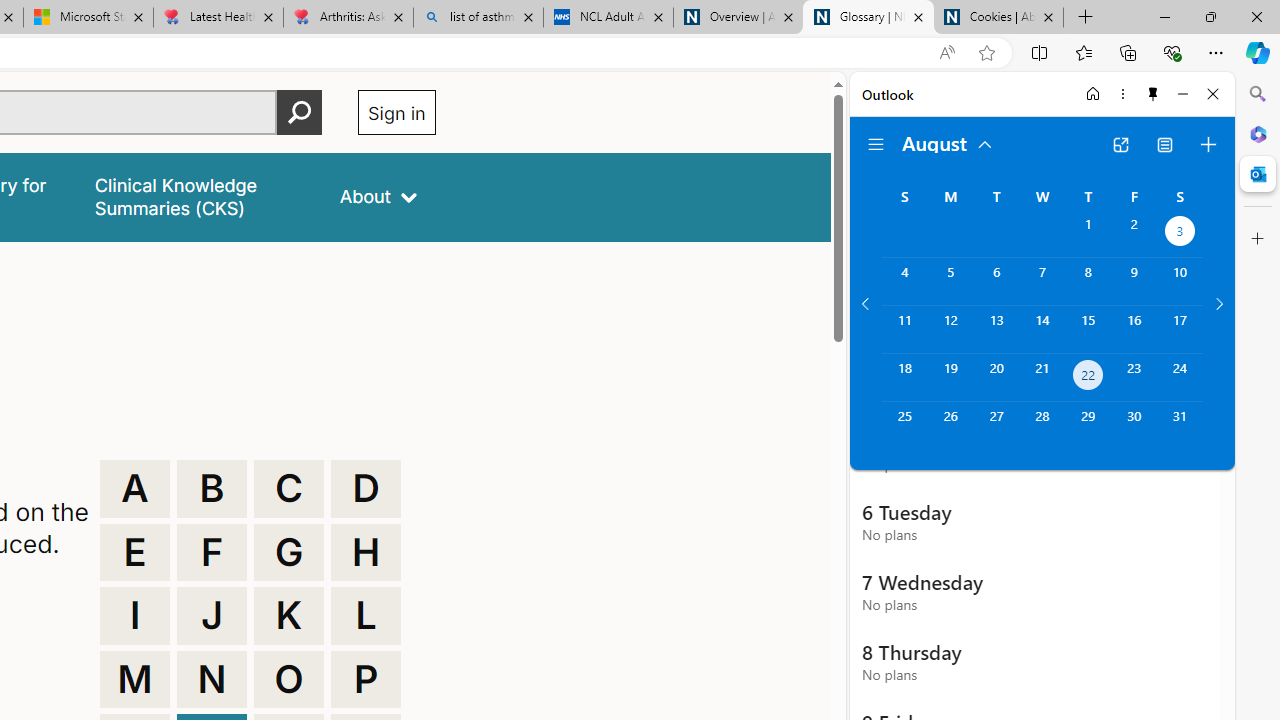 The width and height of the screenshot is (1280, 720). What do you see at coordinates (1087, 232) in the screenshot?
I see `'Thursday, August 1, 2024. '` at bounding box center [1087, 232].